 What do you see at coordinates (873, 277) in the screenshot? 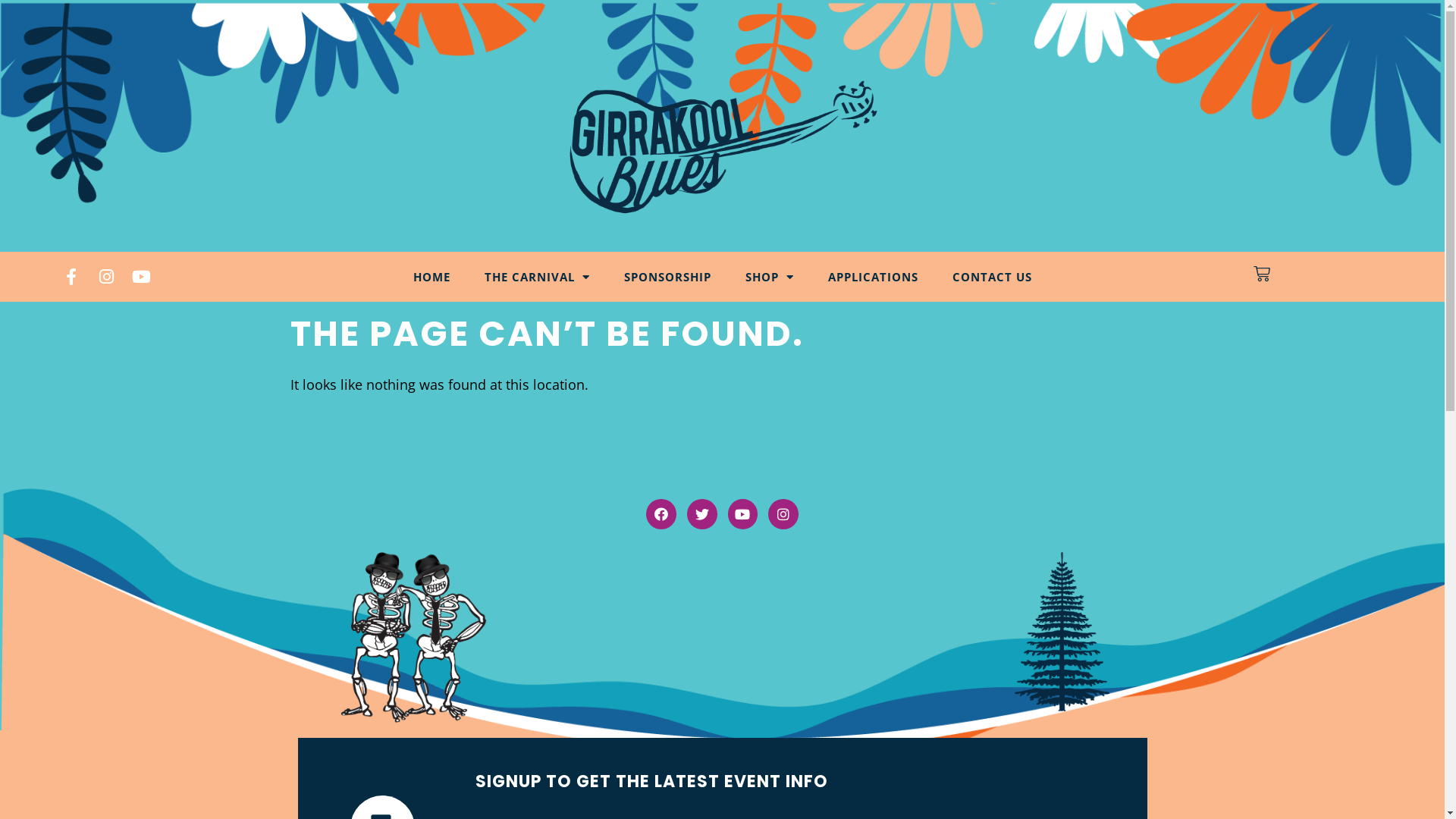
I see `'APPLICATIONS'` at bounding box center [873, 277].